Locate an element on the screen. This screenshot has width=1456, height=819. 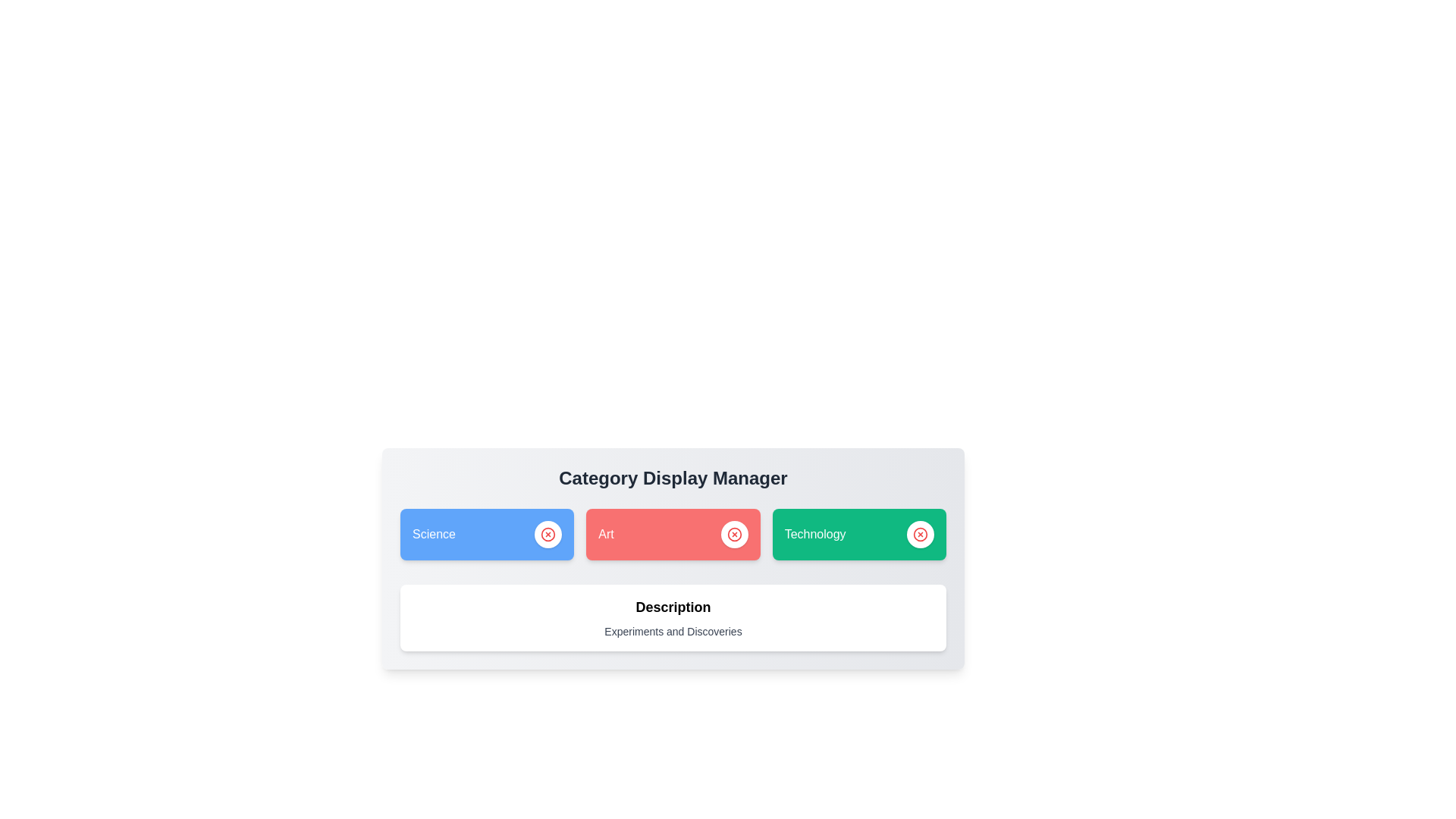
the delete button for the category Art is located at coordinates (734, 534).